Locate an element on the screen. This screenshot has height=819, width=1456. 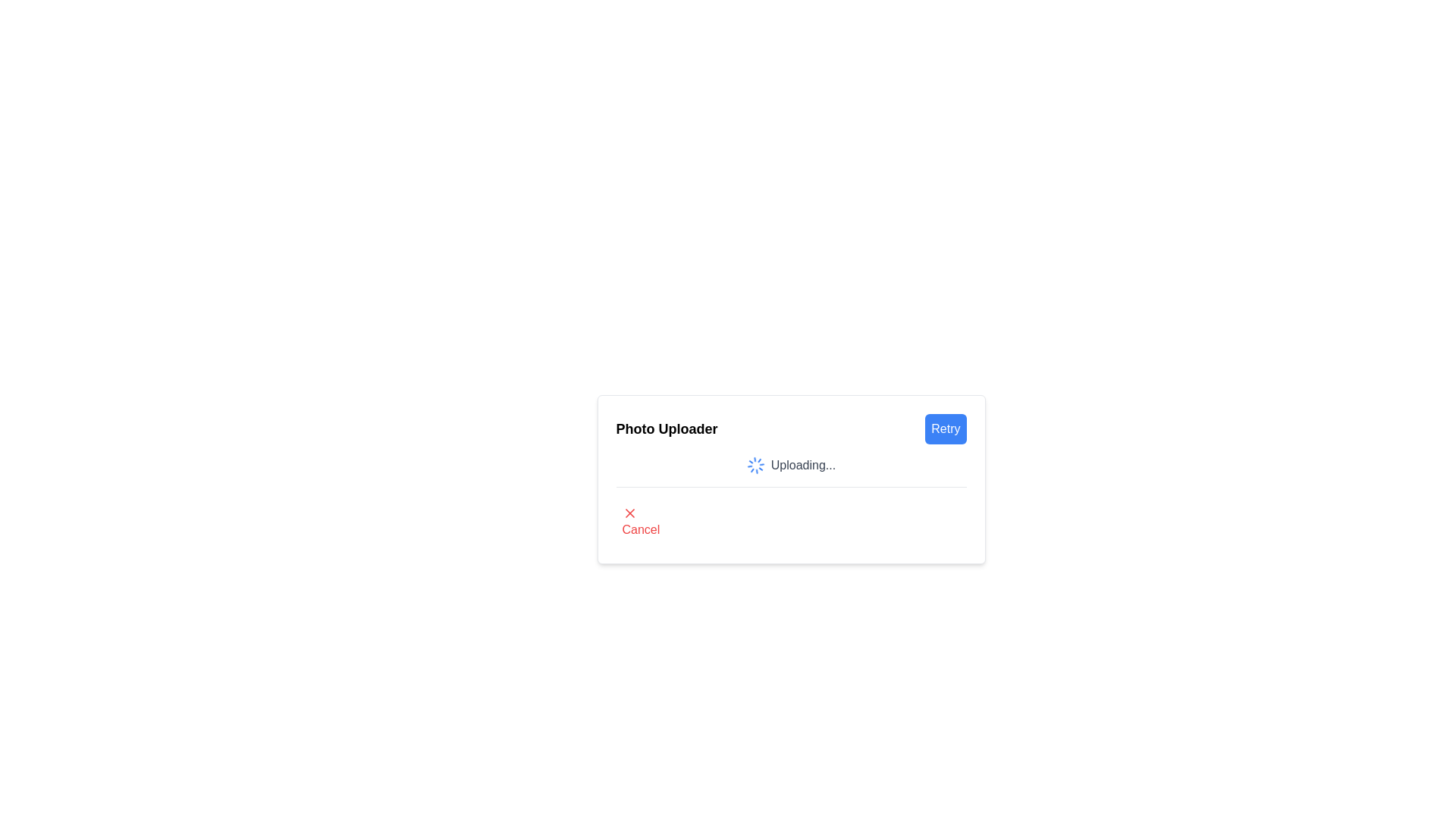
the 'Retry' button, which is a rectangular button with rounded corners, blue background, and white bold sans-serif text, located in the top-right corner of the 'Photo Uploader' section is located at coordinates (945, 429).